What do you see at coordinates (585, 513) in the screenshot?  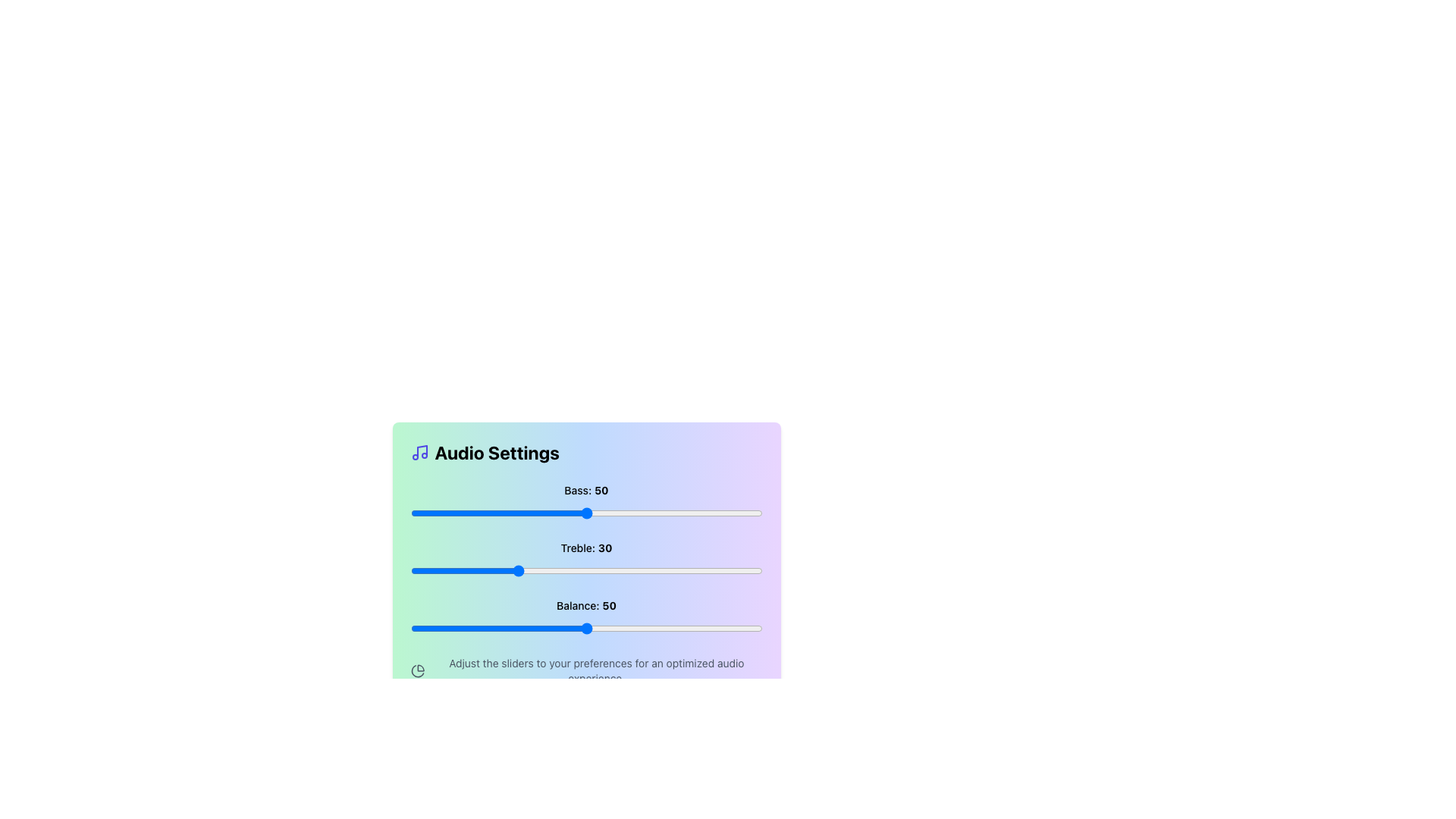 I see `the handle of the bass level slider located beneath the label 'Bass: 50' in the 'Audio Settings' panel` at bounding box center [585, 513].